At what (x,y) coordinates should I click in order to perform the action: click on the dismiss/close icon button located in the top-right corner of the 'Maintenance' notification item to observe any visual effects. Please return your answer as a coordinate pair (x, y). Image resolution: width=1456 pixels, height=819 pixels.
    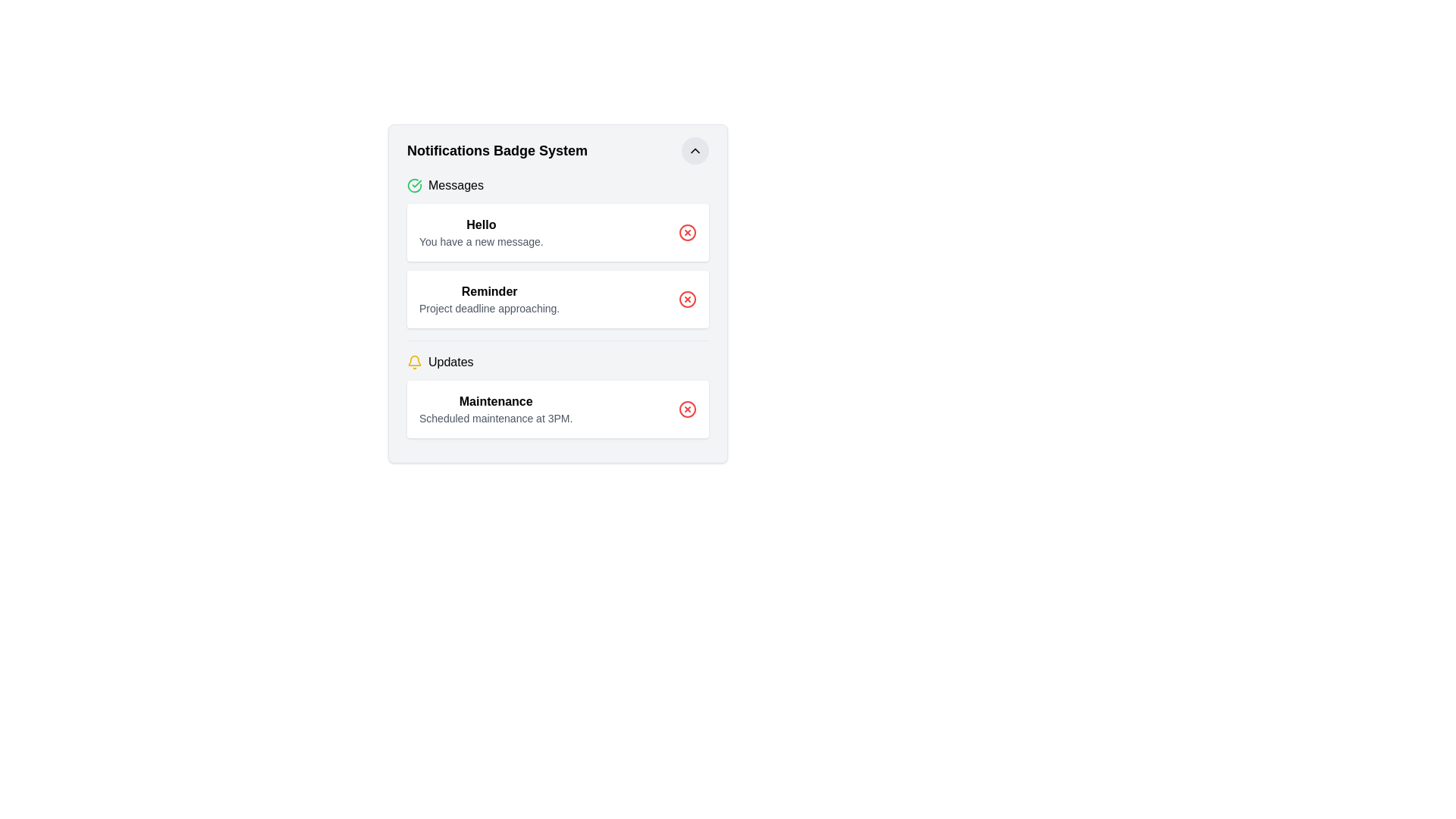
    Looking at the image, I should click on (687, 409).